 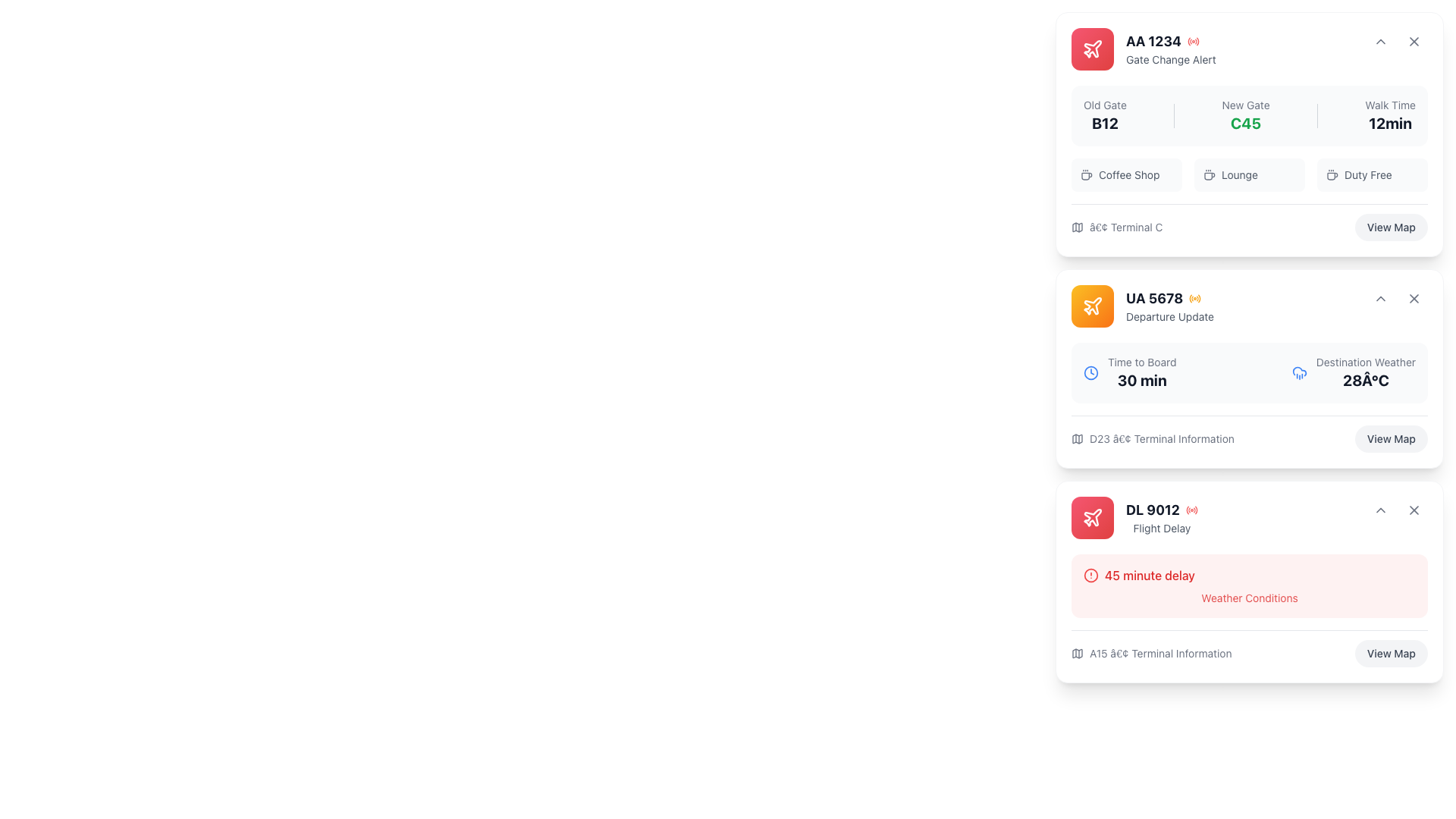 What do you see at coordinates (1169, 298) in the screenshot?
I see `the text label displaying 'UA 5678' with an orange signal-like icon located in the top section of the second card on the right-hand side of the interface` at bounding box center [1169, 298].